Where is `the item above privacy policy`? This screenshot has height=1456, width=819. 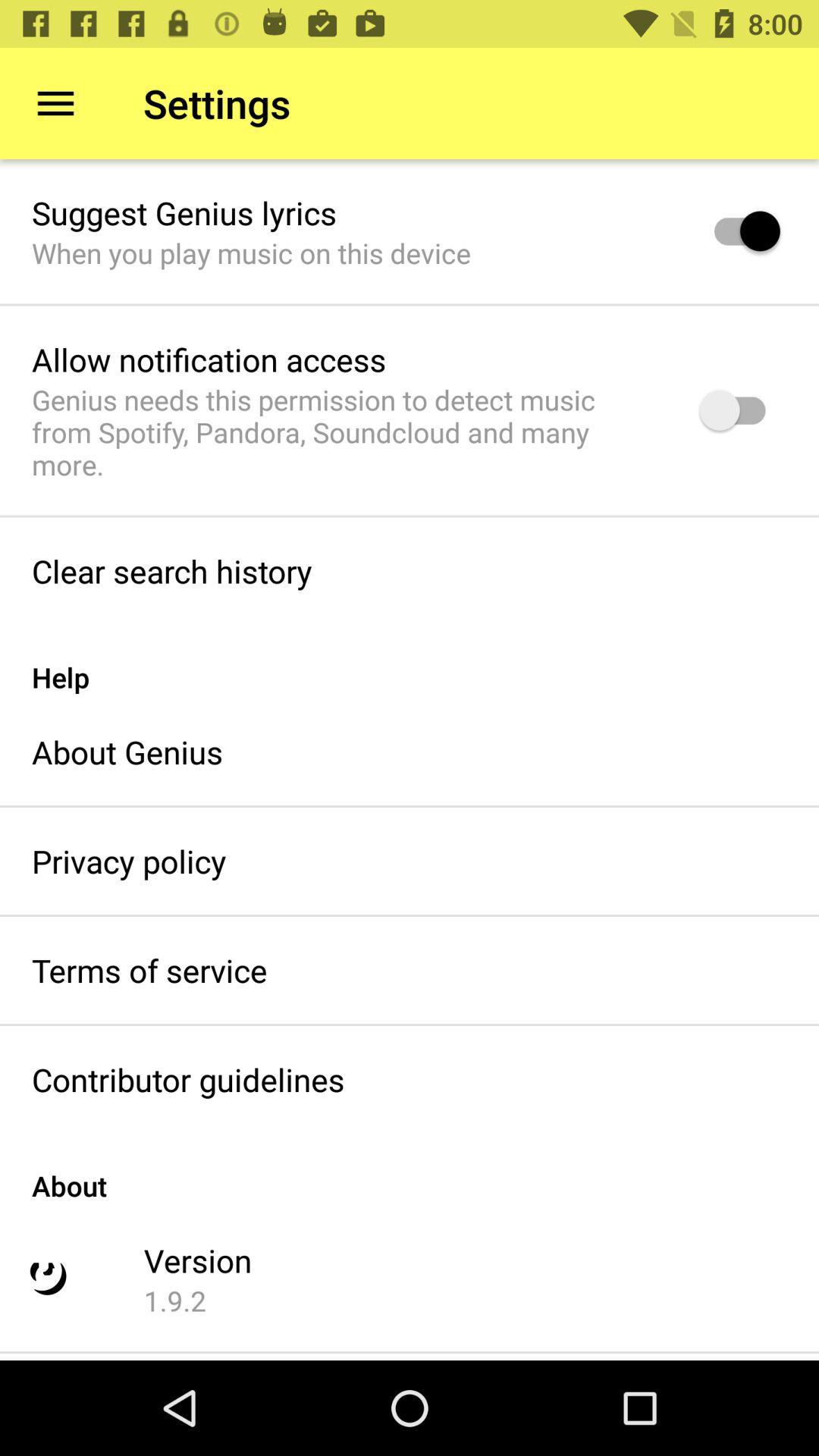
the item above privacy policy is located at coordinates (127, 752).